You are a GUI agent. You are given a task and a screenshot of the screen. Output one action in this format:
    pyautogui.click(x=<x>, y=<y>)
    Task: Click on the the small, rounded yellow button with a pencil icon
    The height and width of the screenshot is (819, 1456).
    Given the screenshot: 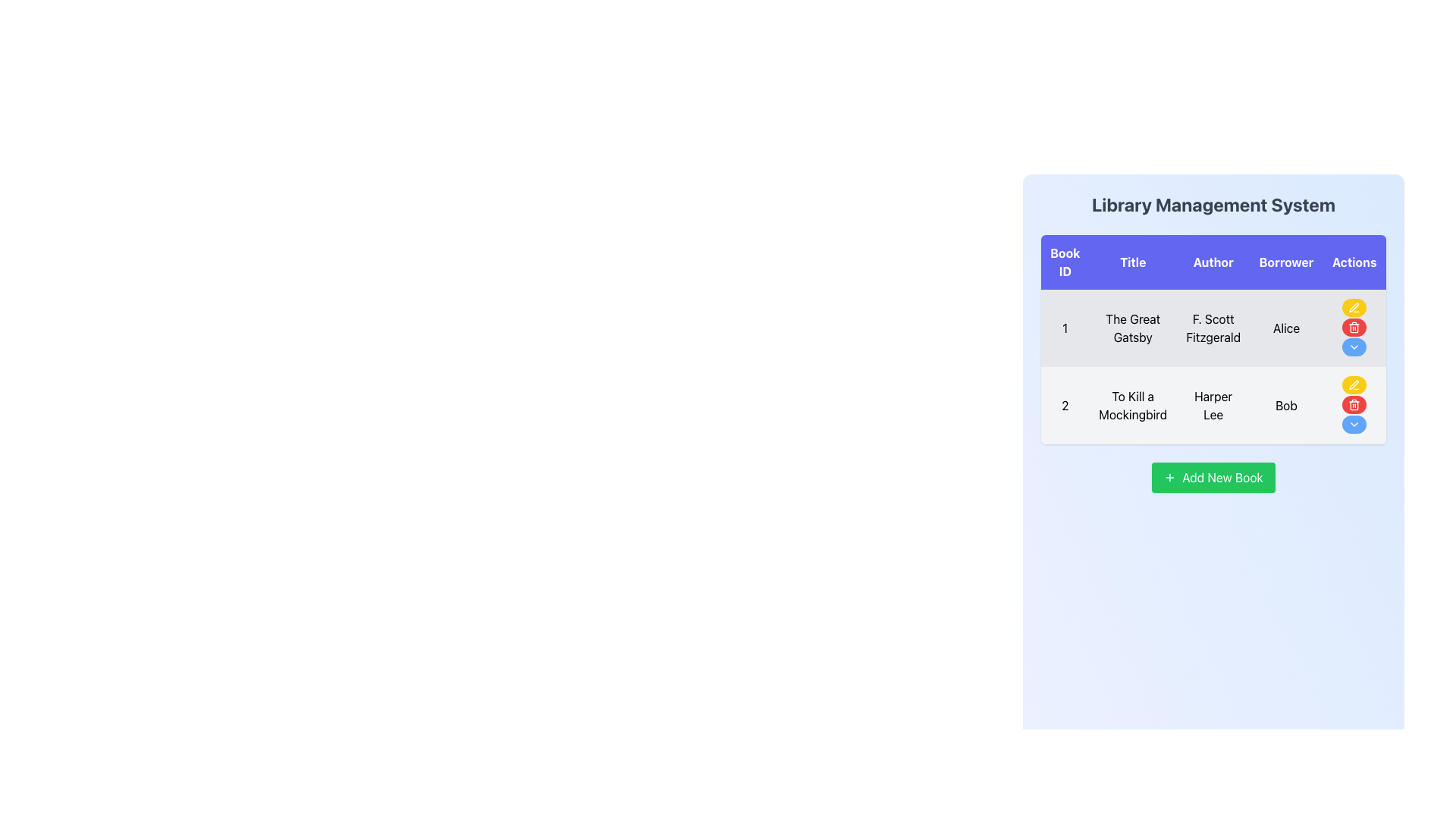 What is the action you would take?
    pyautogui.click(x=1354, y=384)
    